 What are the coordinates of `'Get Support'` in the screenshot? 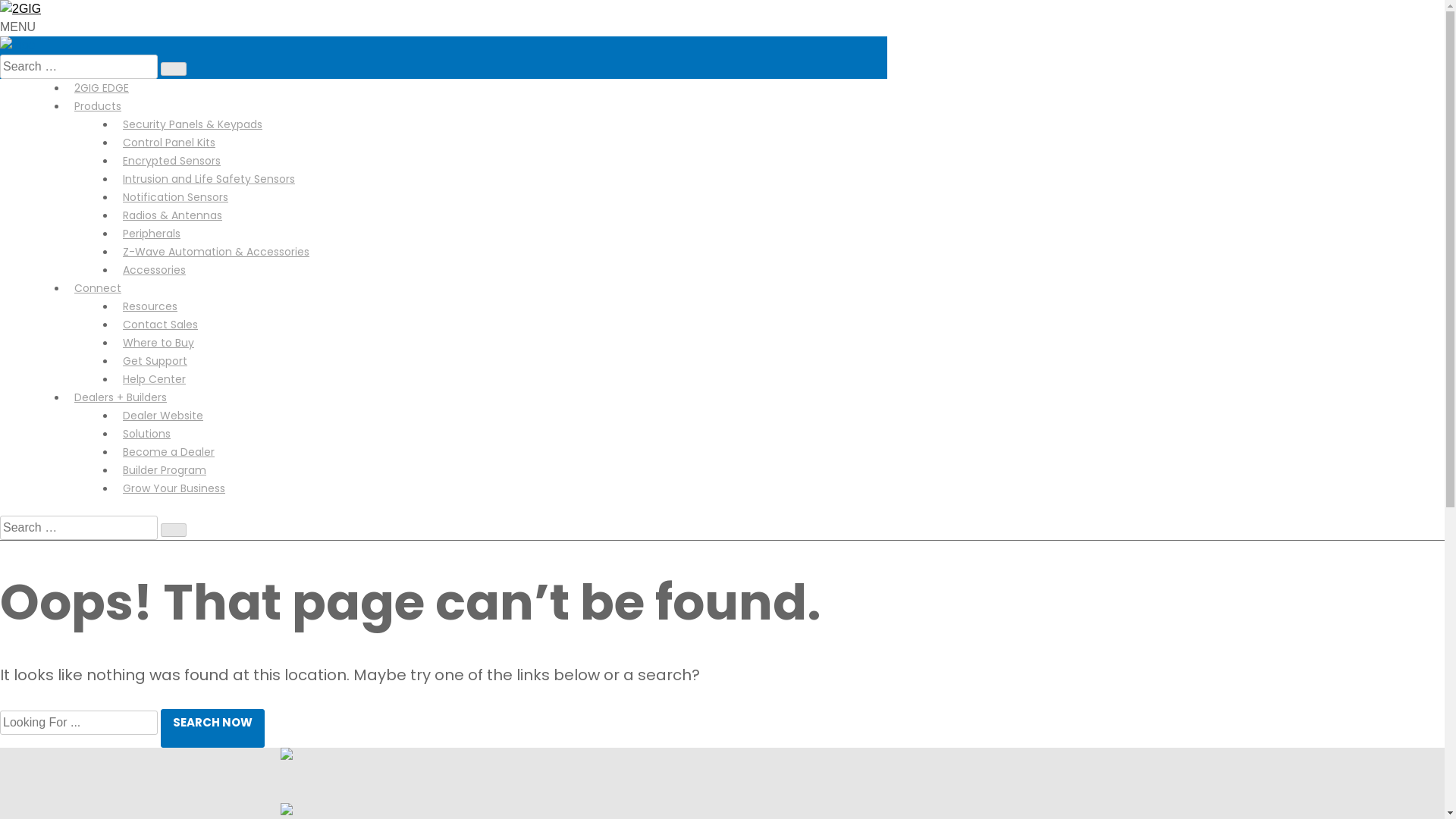 It's located at (155, 360).